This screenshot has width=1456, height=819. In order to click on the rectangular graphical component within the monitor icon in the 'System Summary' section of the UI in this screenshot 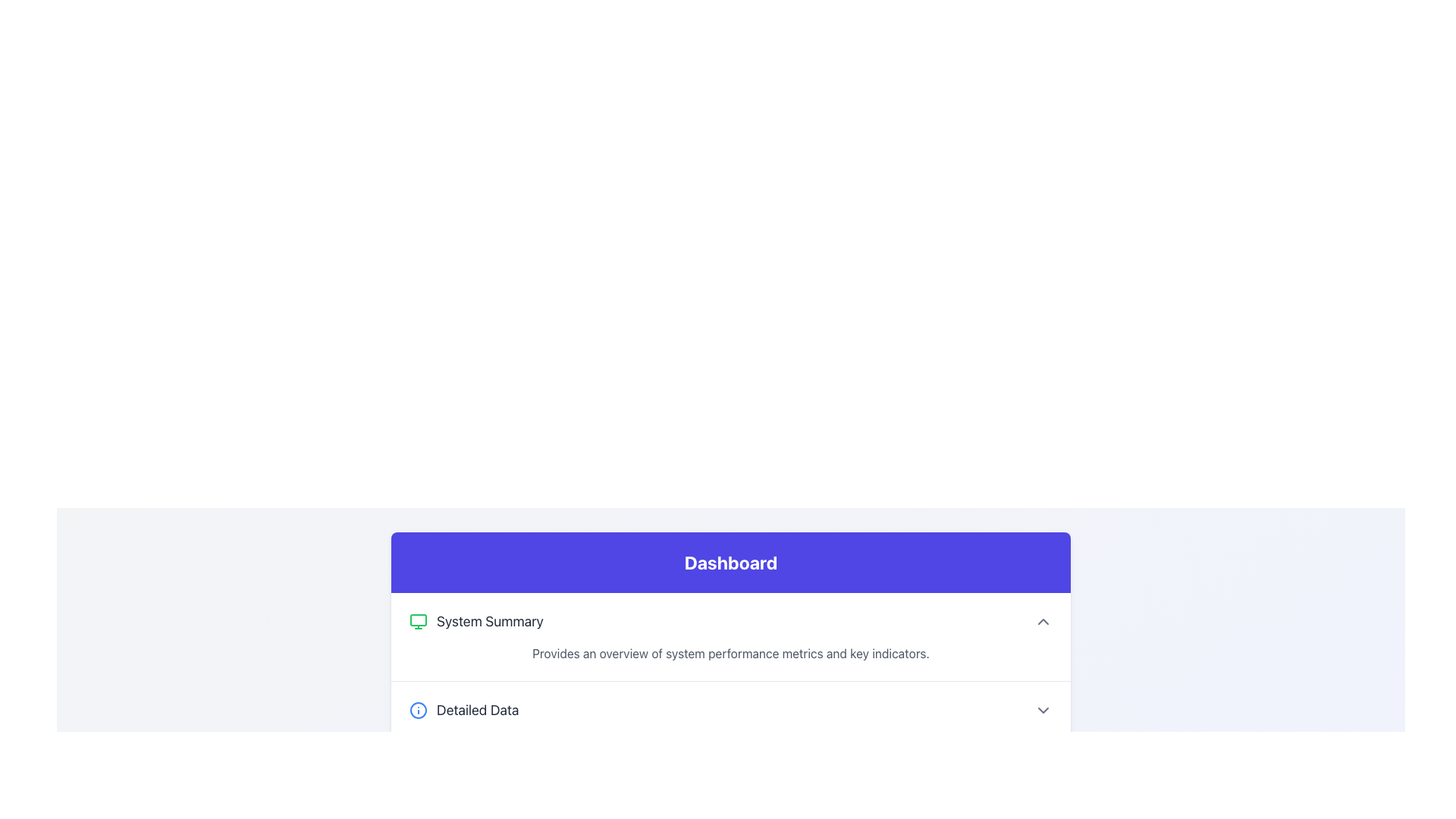, I will do `click(419, 620)`.